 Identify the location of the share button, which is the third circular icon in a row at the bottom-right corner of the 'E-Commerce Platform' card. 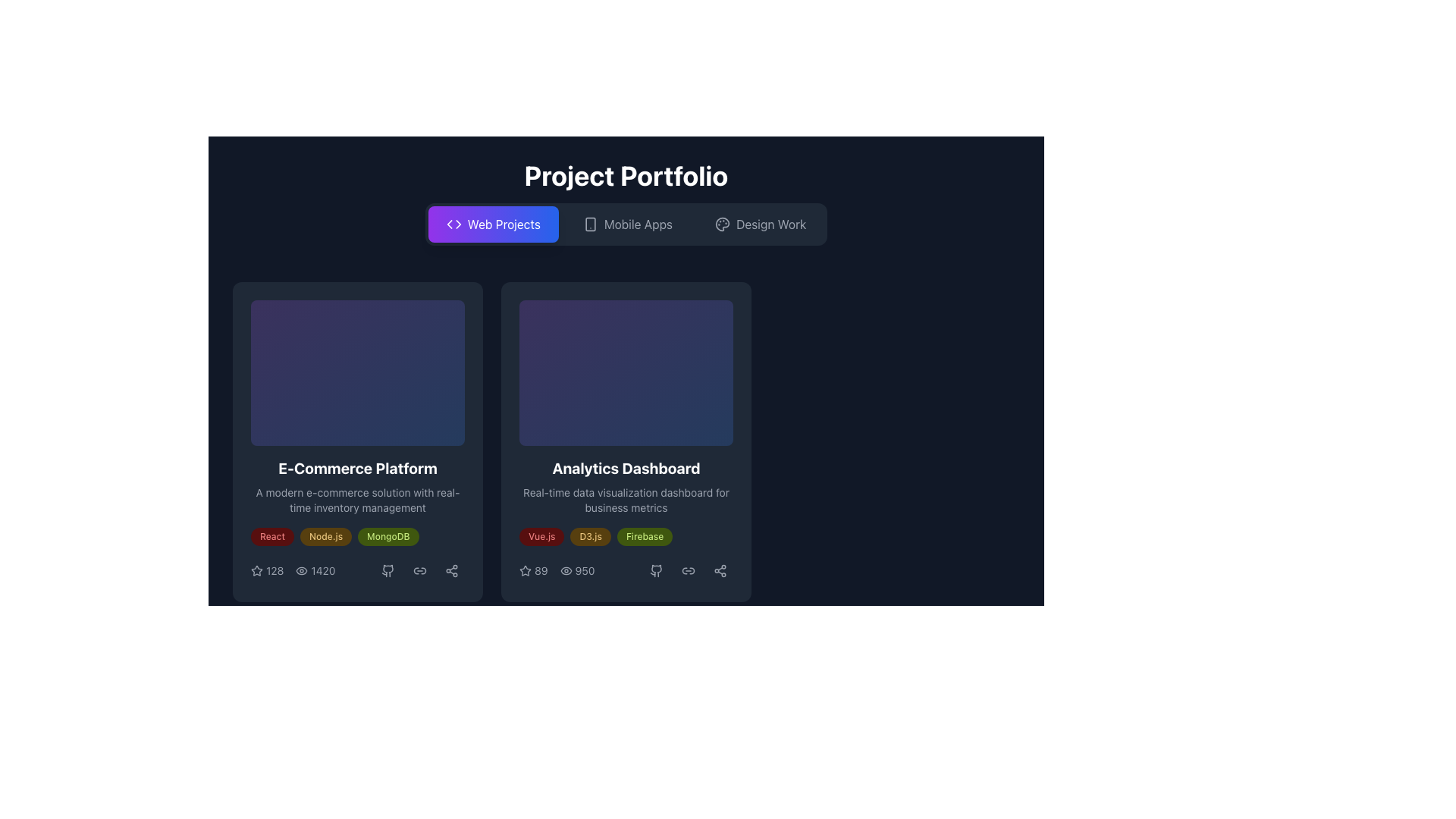
(450, 570).